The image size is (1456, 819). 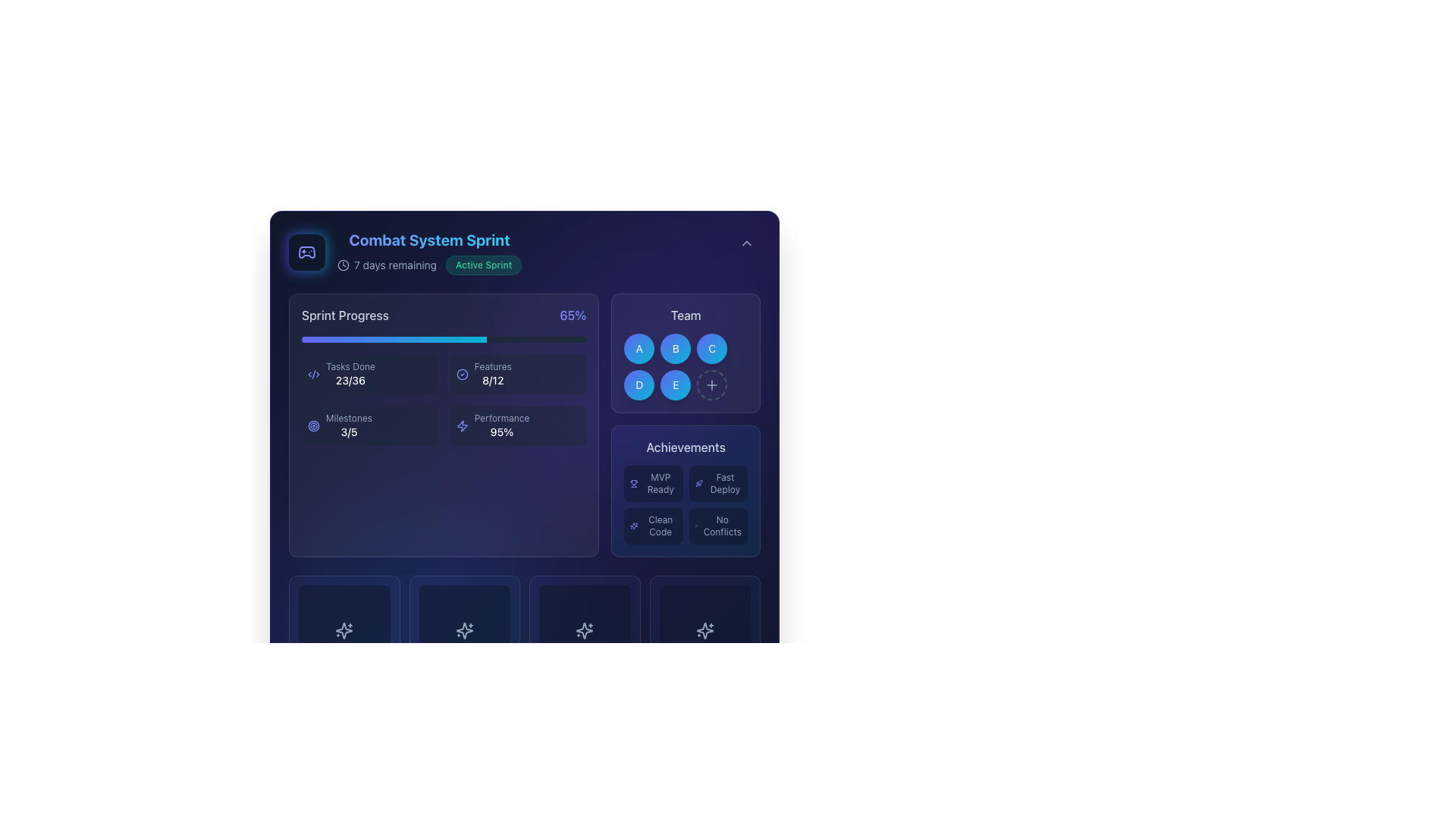 I want to click on the rightmost card in the bottom row of the grid by, so click(x=704, y=631).